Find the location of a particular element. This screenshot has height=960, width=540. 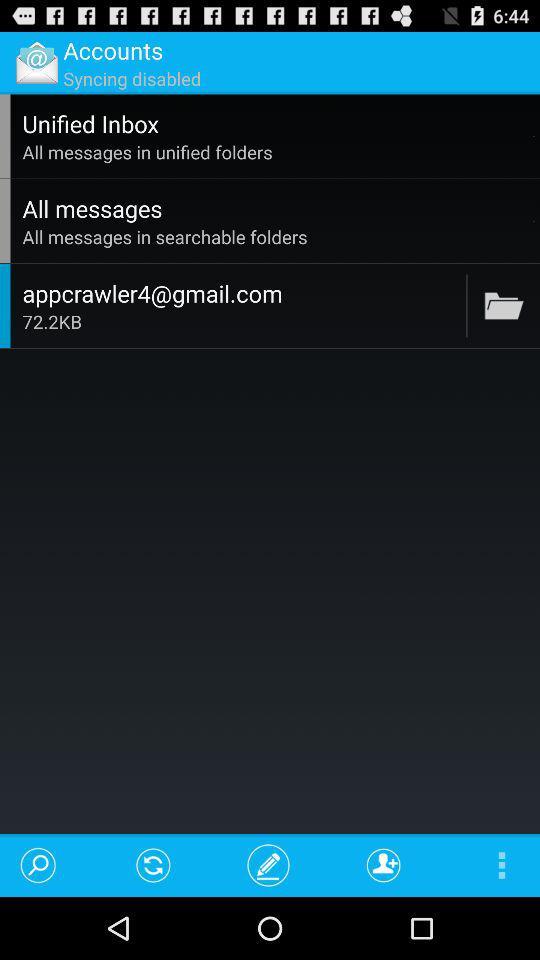

the first icon from the image is located at coordinates (36, 62).